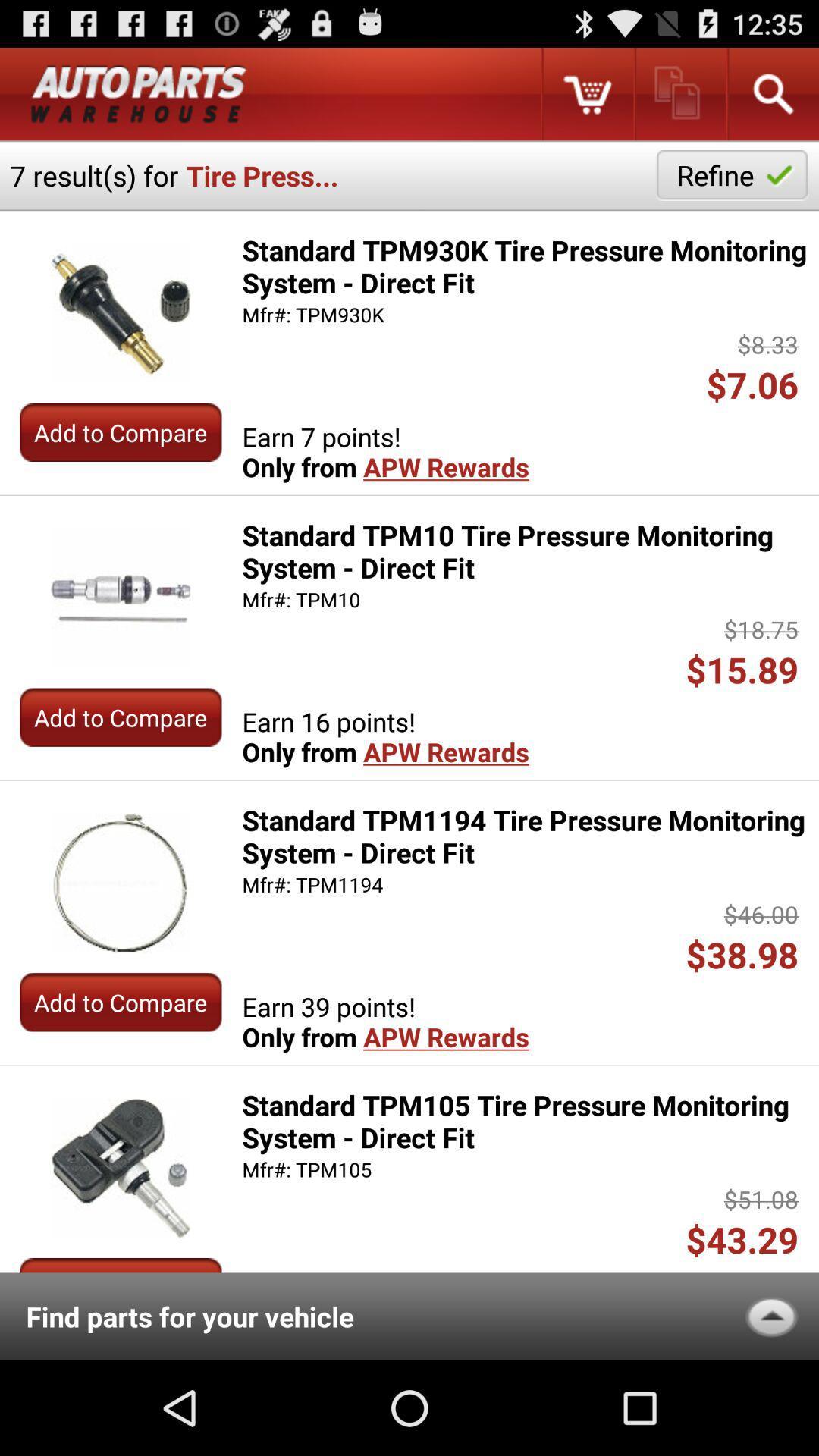 The width and height of the screenshot is (819, 1456). Describe the element at coordinates (586, 99) in the screenshot. I see `the cart icon` at that location.